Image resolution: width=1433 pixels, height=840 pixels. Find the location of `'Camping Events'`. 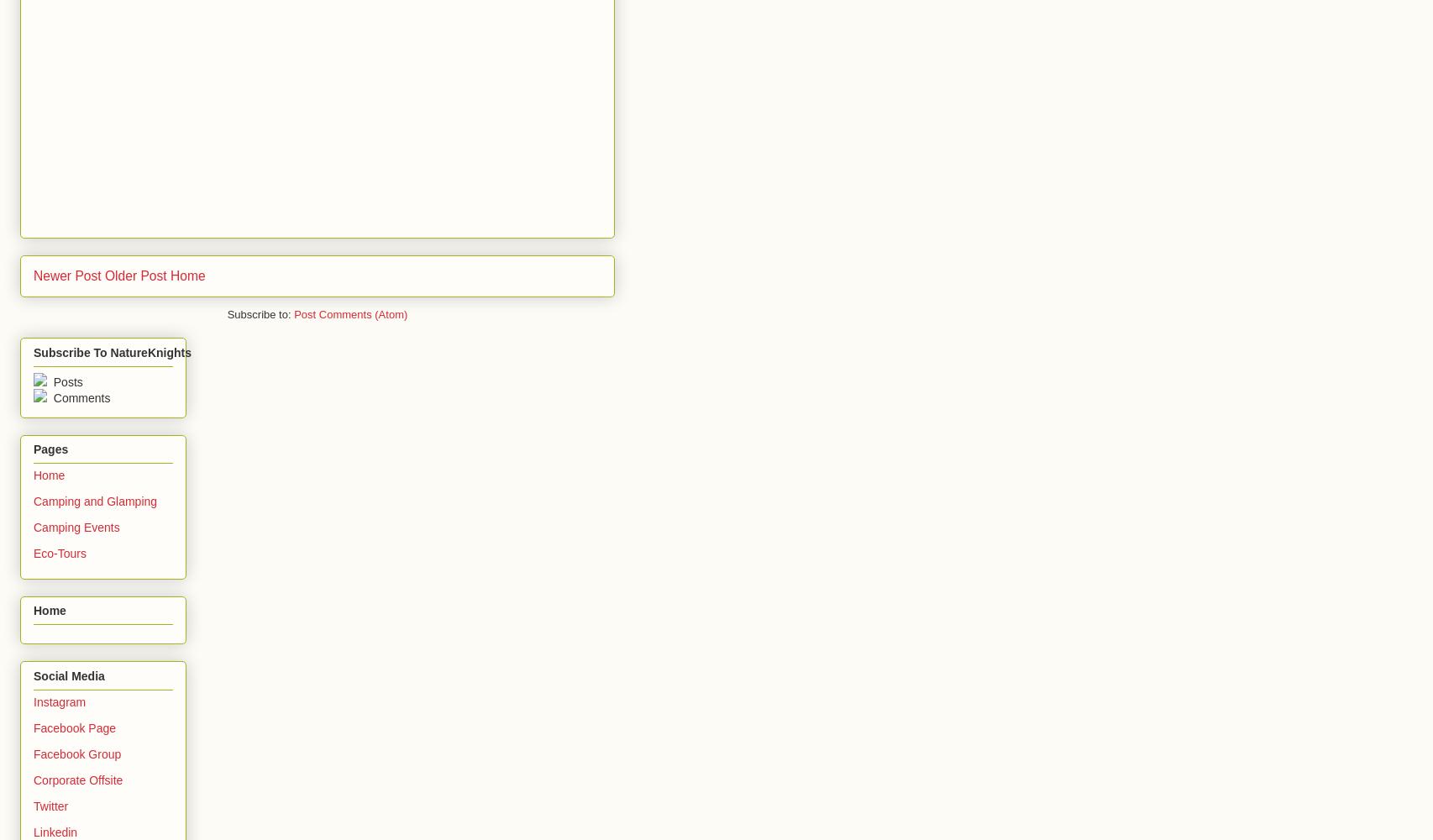

'Camping Events' is located at coordinates (76, 527).